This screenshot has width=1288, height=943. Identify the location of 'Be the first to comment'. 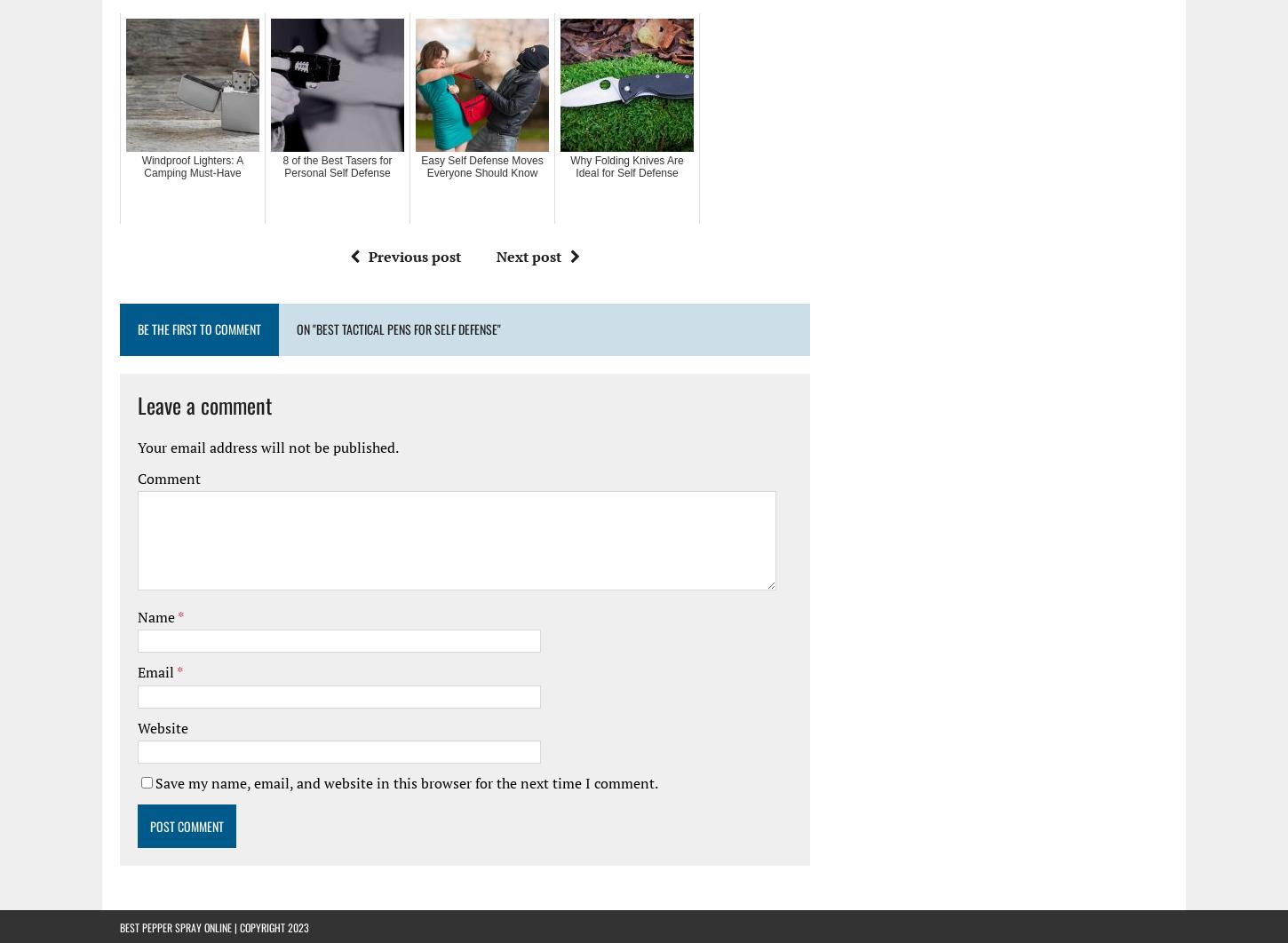
(198, 328).